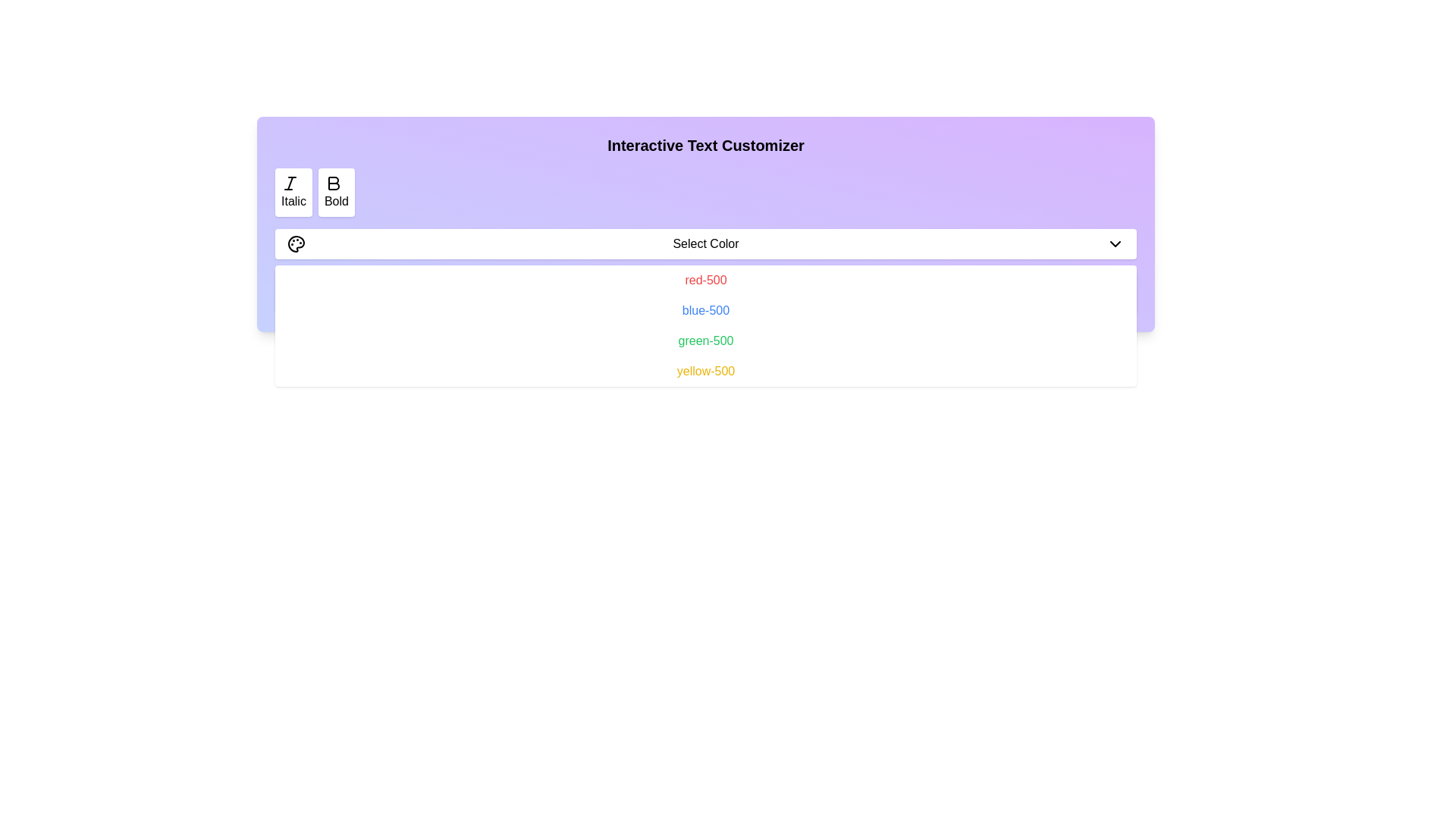  Describe the element at coordinates (705, 371) in the screenshot. I see `the text element 'yellow-500' within the dropdown menu` at that location.